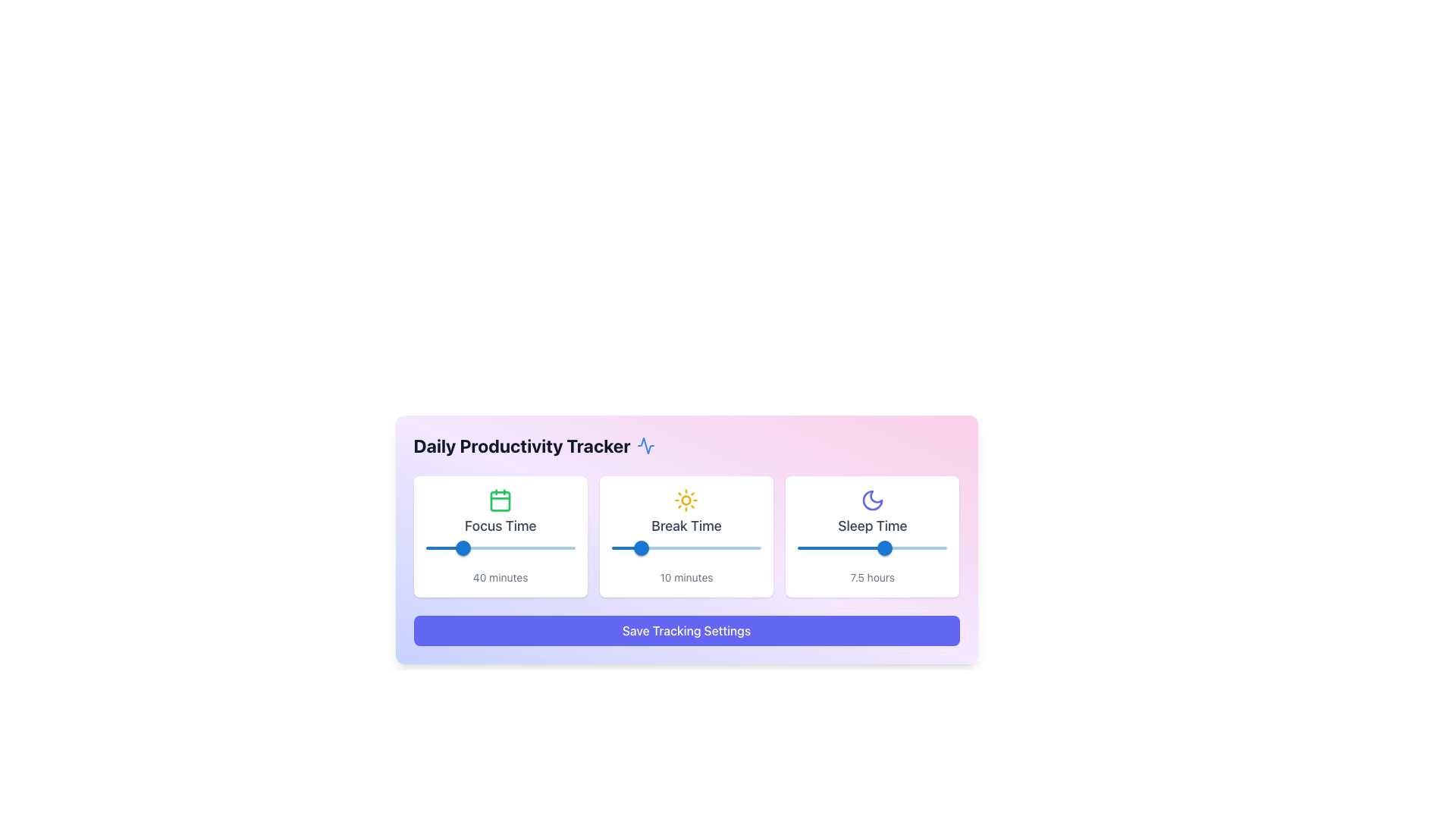 Image resolution: width=1456 pixels, height=819 pixels. I want to click on break time, so click(703, 548).